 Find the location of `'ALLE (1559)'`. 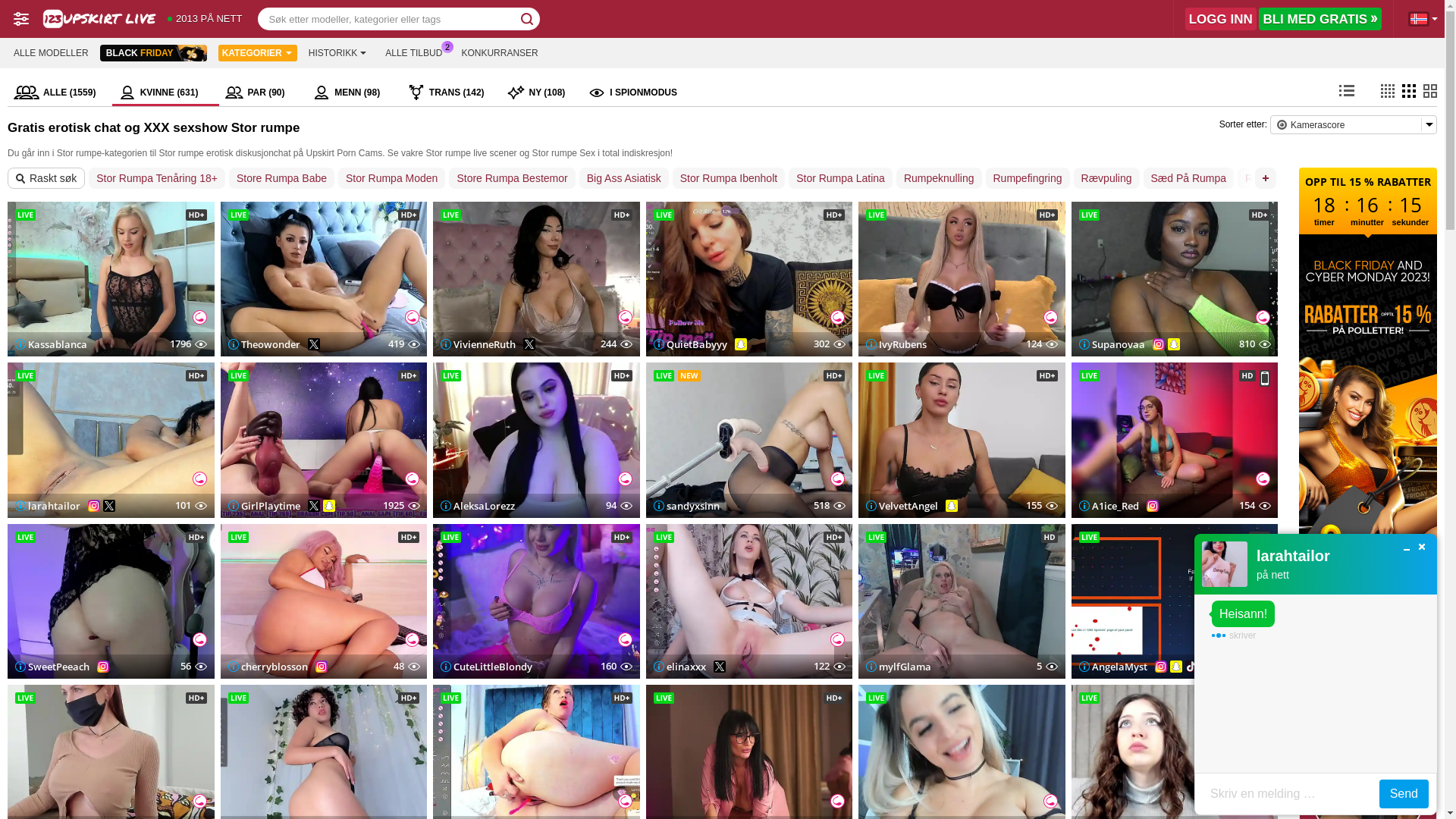

'ALLE (1559)' is located at coordinates (7, 93).